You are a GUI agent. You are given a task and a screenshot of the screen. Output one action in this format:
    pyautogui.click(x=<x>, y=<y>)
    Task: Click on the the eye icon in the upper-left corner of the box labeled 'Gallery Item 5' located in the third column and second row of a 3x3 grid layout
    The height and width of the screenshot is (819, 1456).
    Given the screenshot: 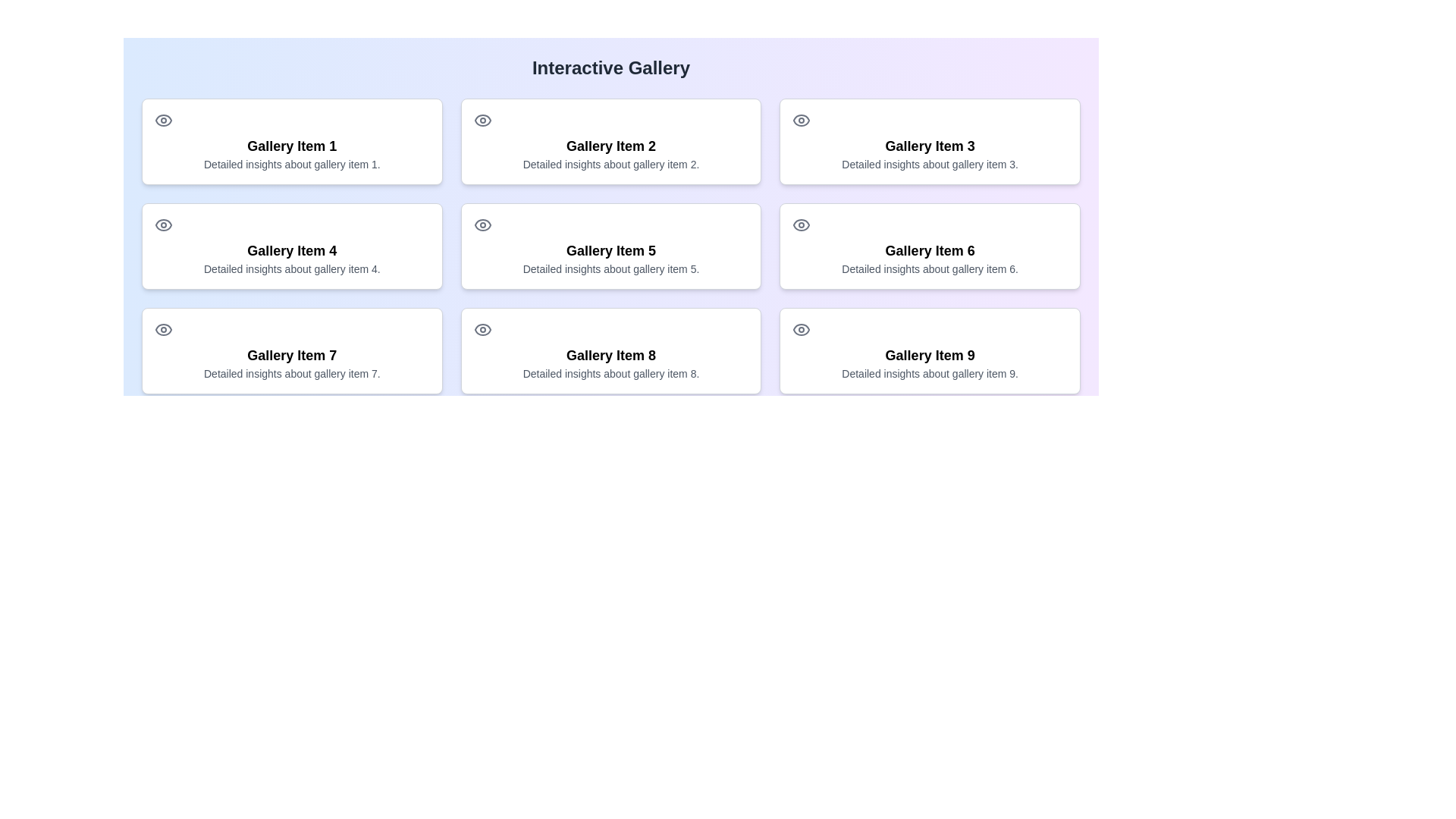 What is the action you would take?
    pyautogui.click(x=482, y=225)
    